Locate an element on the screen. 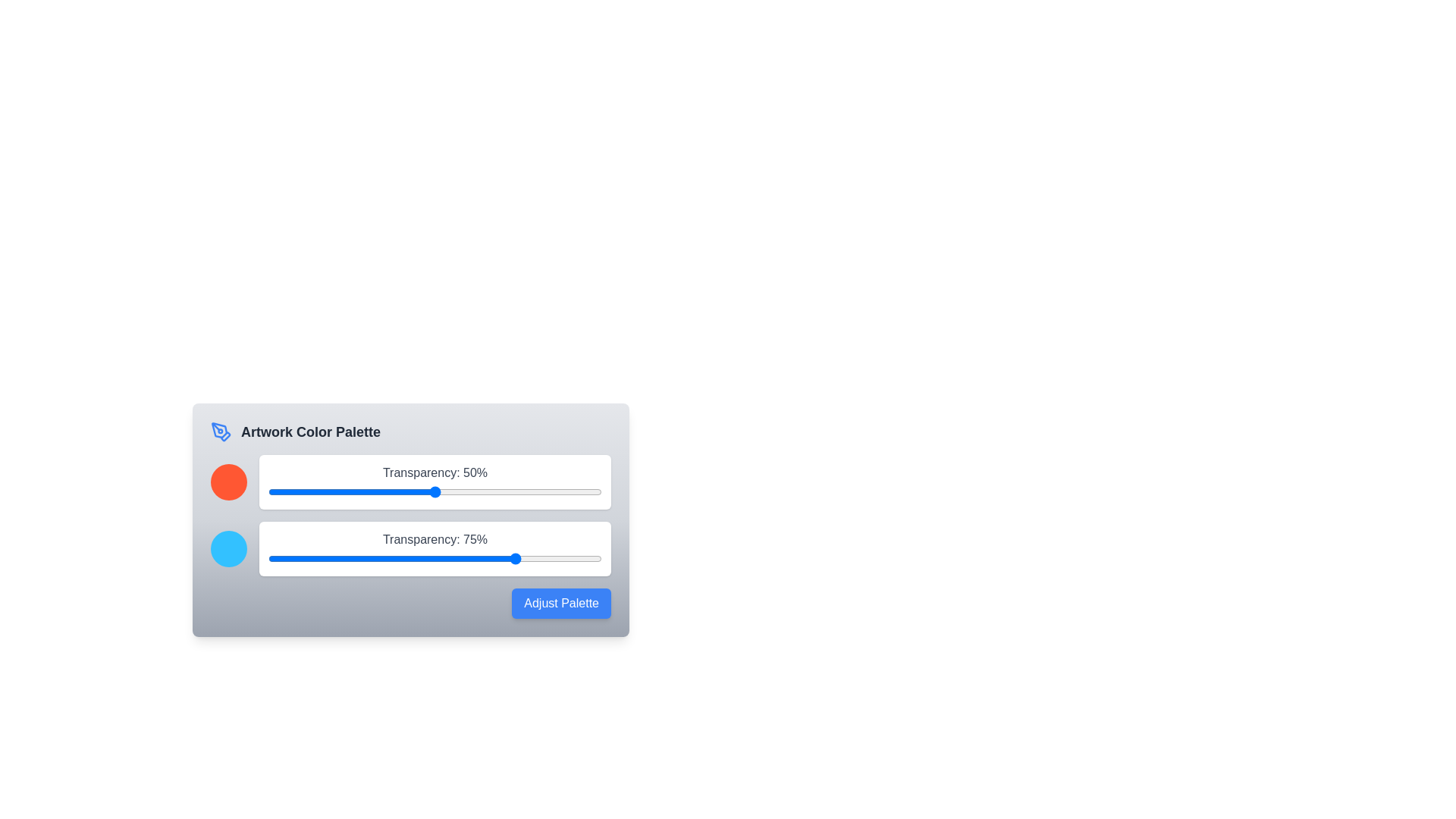  'Adjust Palette' button is located at coordinates (560, 602).